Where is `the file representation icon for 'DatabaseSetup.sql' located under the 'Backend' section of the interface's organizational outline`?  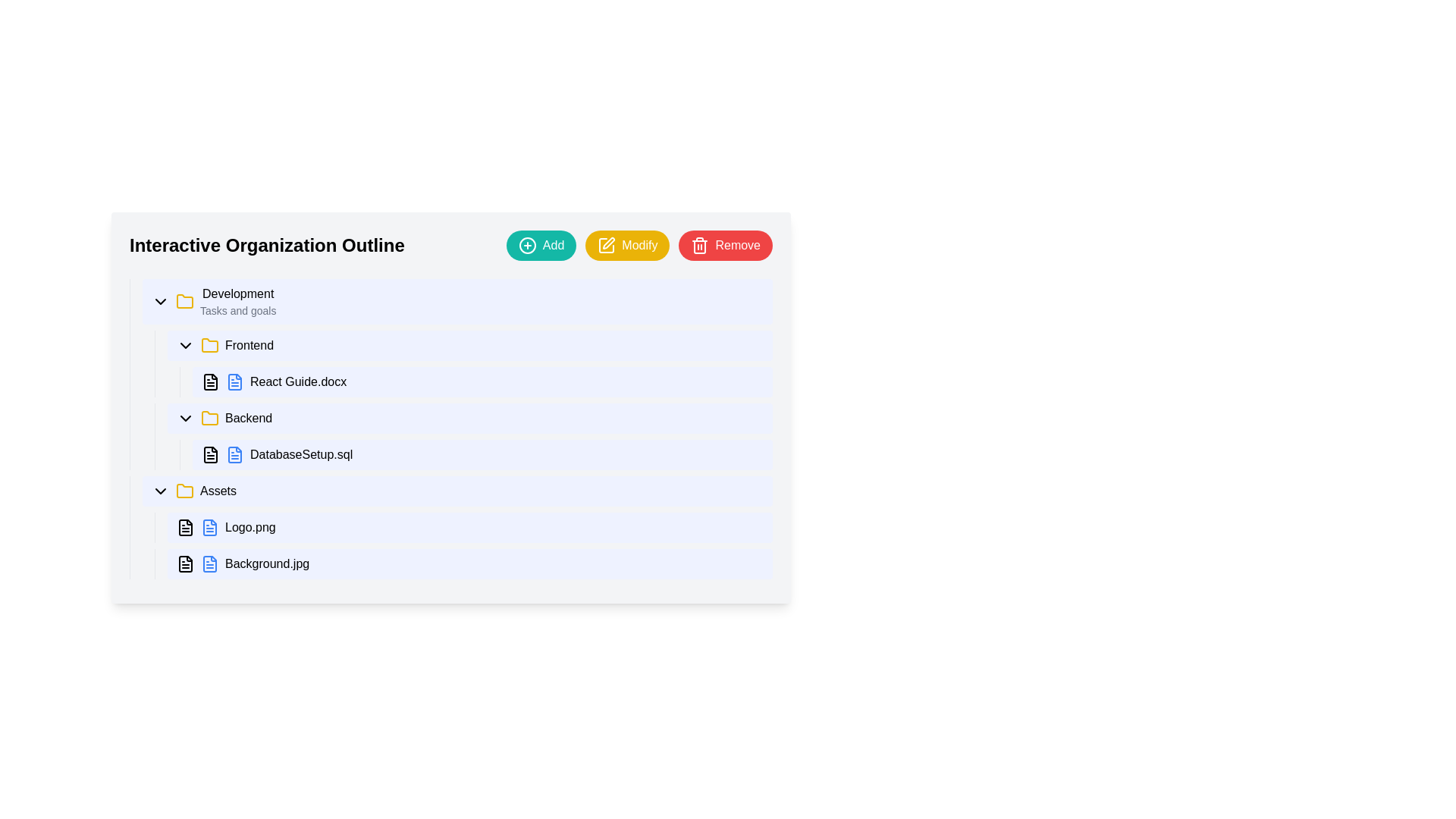 the file representation icon for 'DatabaseSetup.sql' located under the 'Backend' section of the interface's organizational outline is located at coordinates (234, 454).